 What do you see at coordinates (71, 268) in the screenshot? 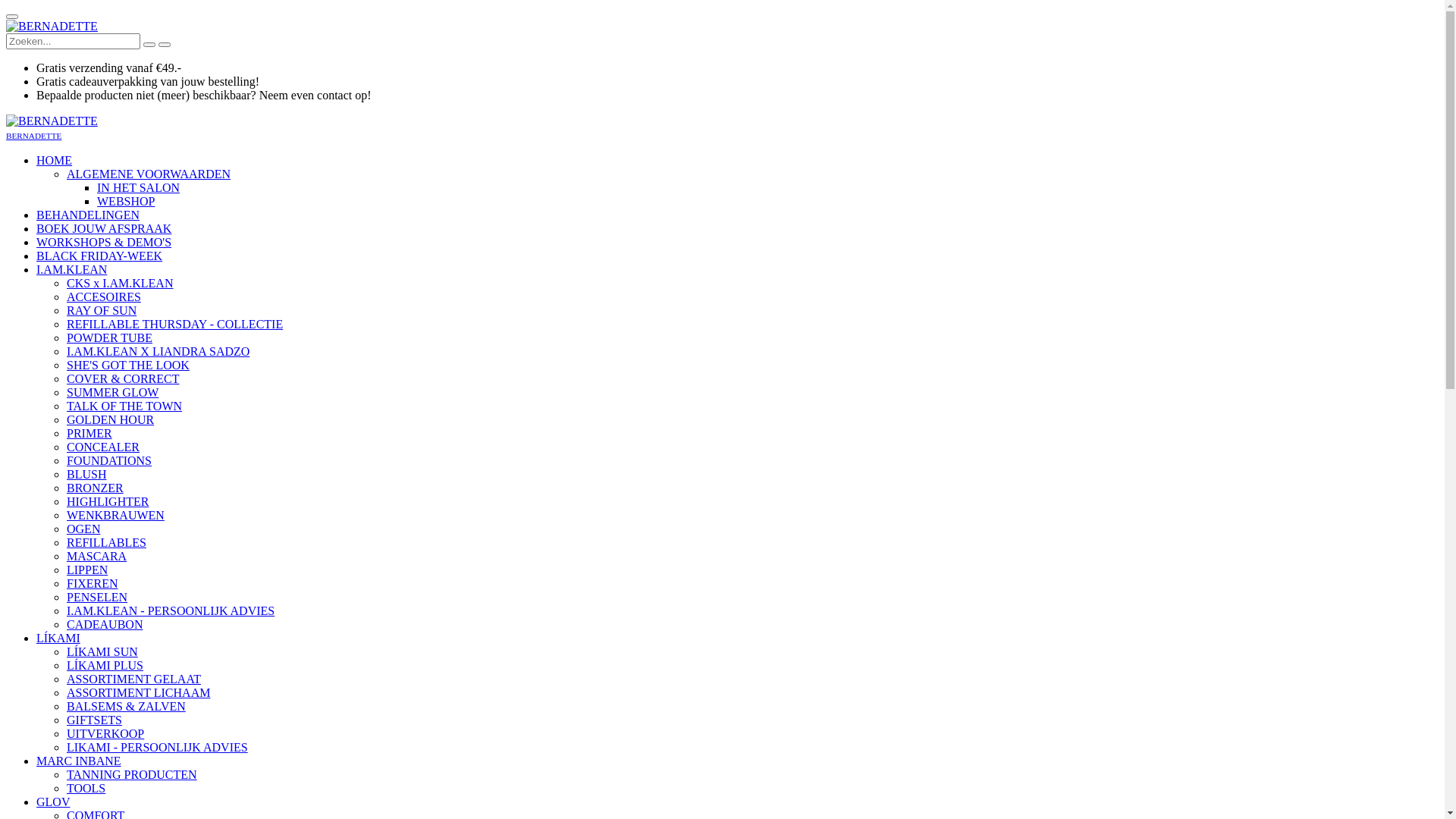
I see `'I.AM.KLEAN'` at bounding box center [71, 268].